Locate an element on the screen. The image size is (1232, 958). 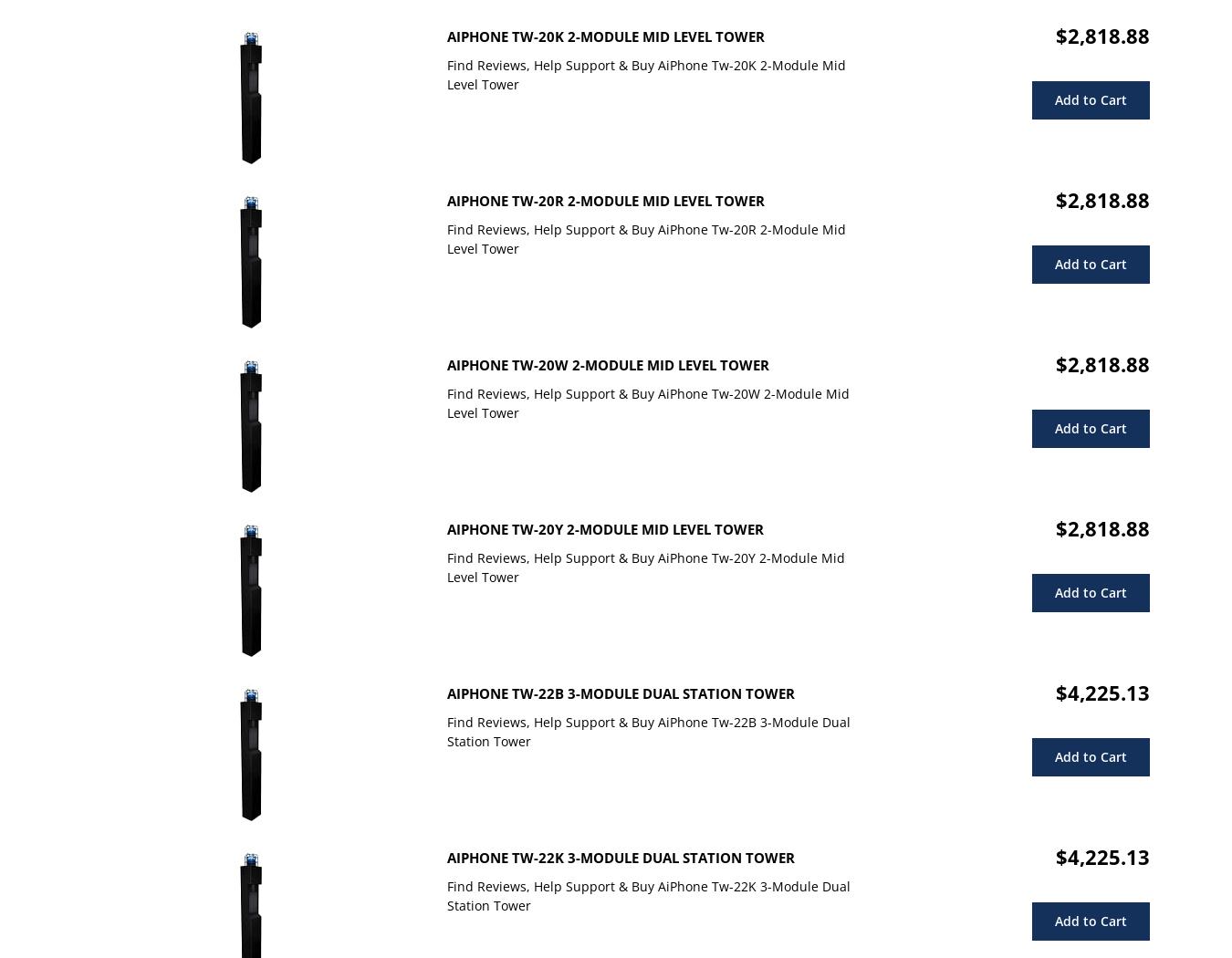
'AiPhone Tw-20K 2-Module Mid Level Tower' is located at coordinates (606, 36).